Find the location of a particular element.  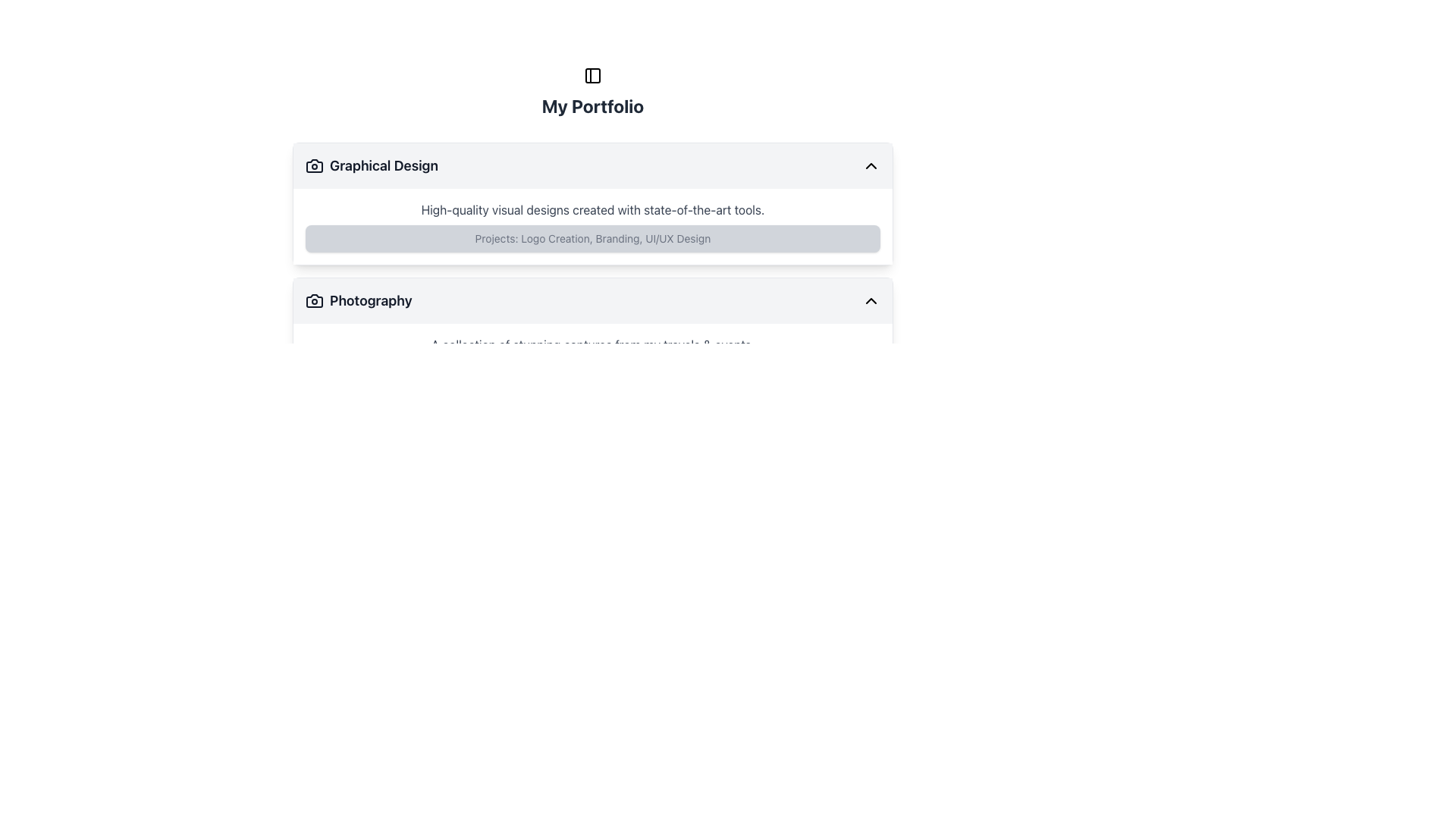

the SVG camera icon that is positioned to the left of the 'Graphical Design' text in the interface is located at coordinates (313, 166).